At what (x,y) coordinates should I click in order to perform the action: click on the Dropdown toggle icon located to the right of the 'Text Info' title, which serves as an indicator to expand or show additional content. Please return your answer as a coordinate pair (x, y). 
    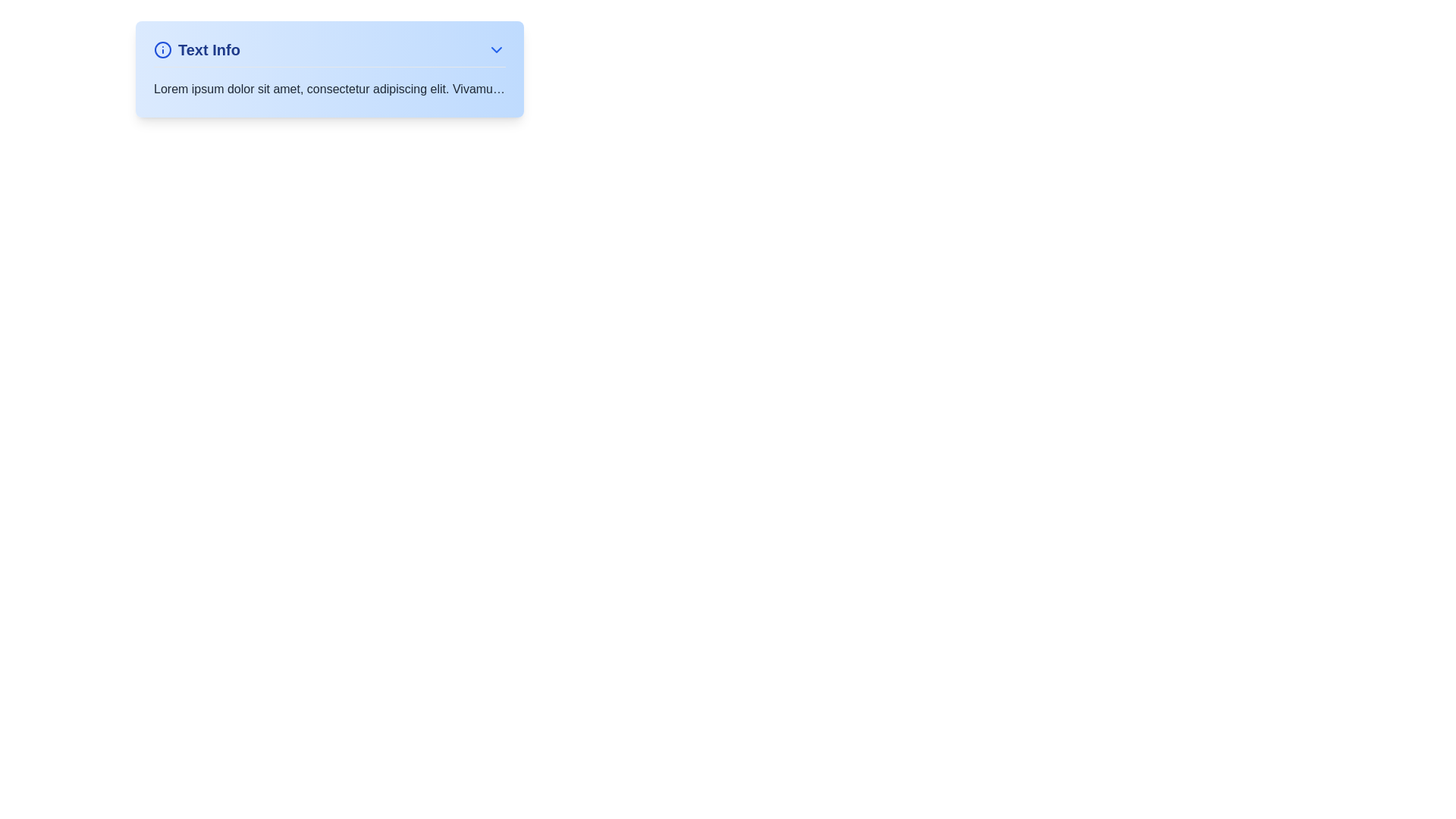
    Looking at the image, I should click on (496, 49).